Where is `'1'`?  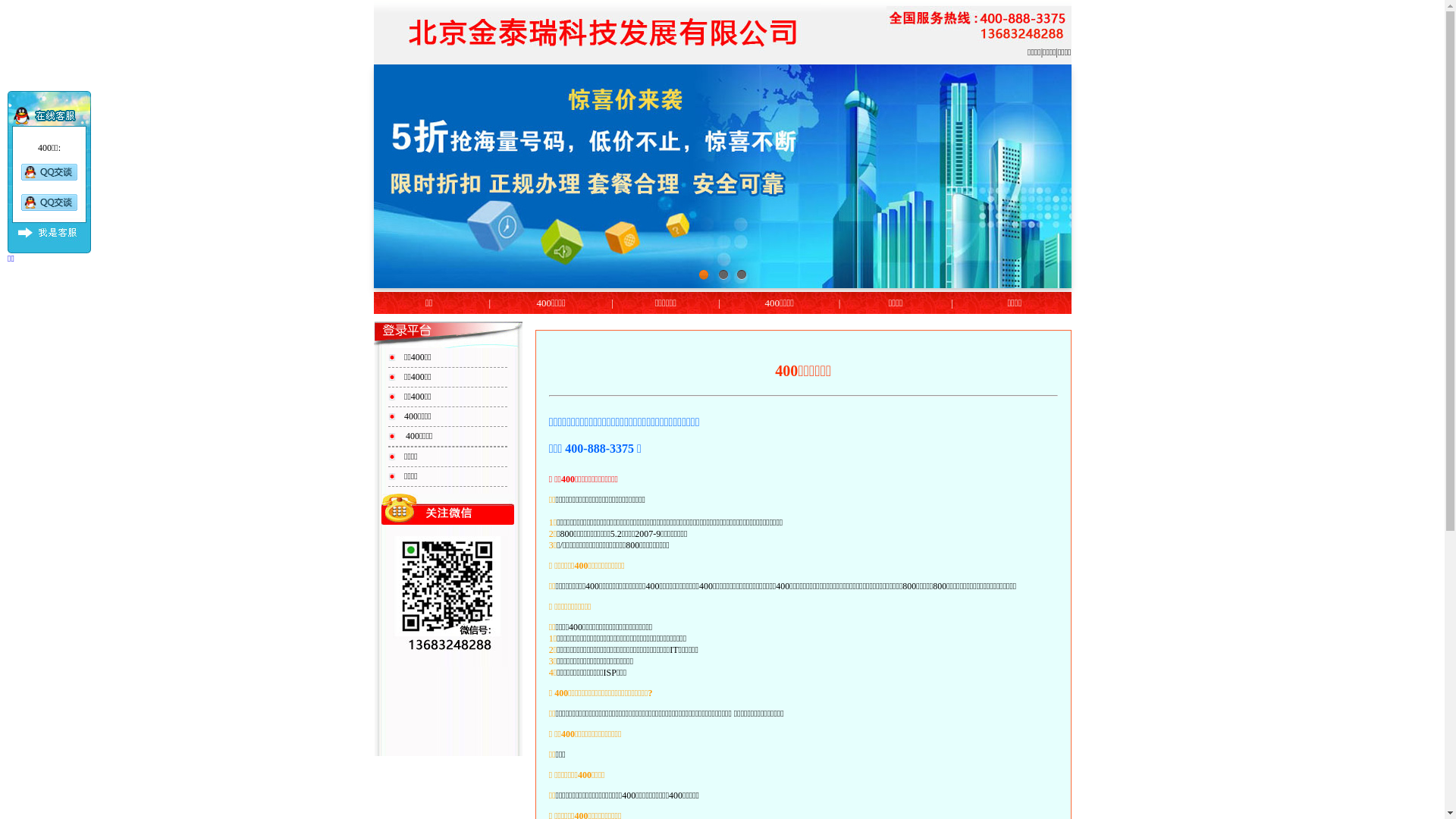 '1' is located at coordinates (704, 275).